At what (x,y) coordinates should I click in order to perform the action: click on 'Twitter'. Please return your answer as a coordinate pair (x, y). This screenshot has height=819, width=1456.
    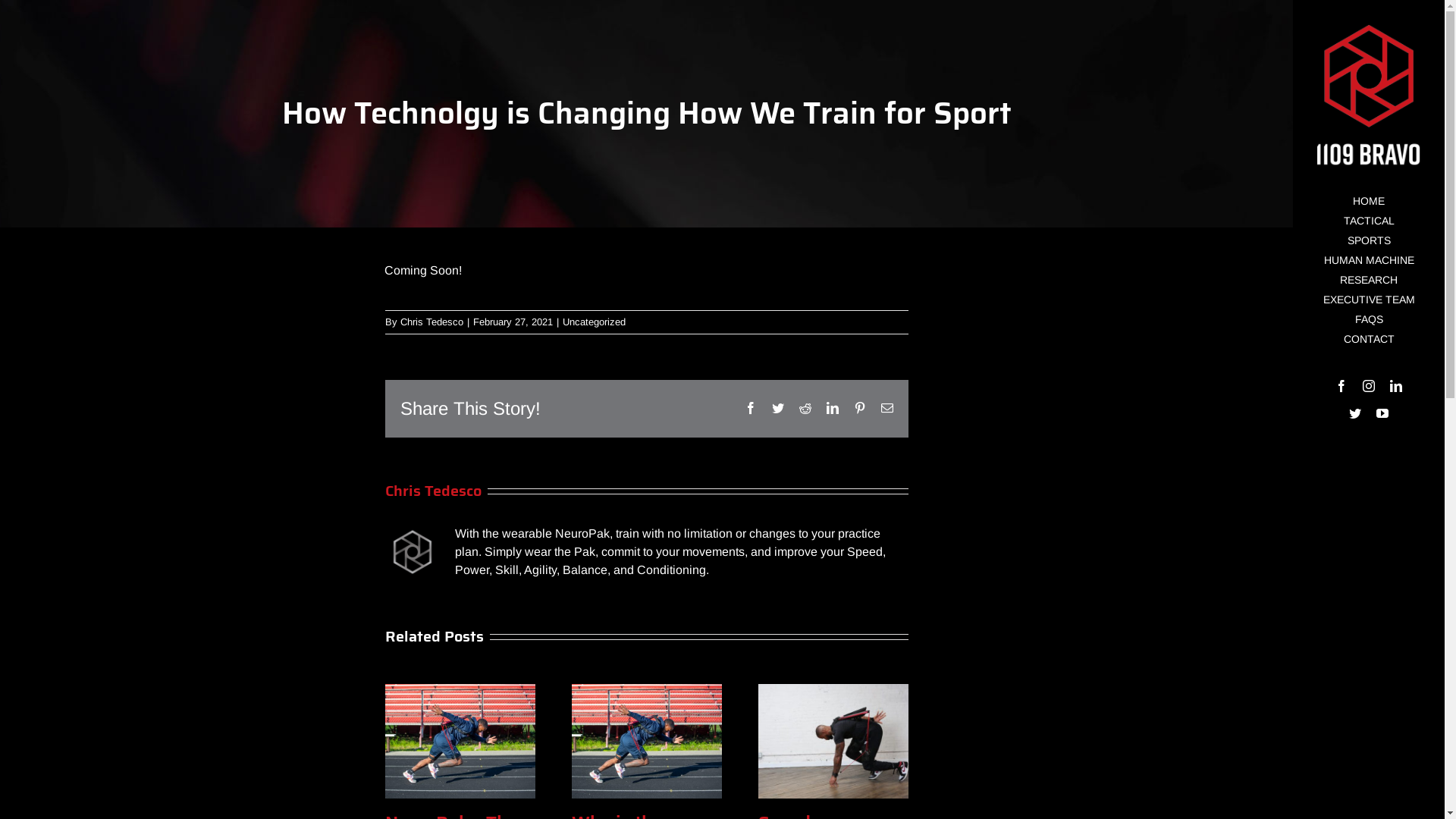
    Looking at the image, I should click on (778, 406).